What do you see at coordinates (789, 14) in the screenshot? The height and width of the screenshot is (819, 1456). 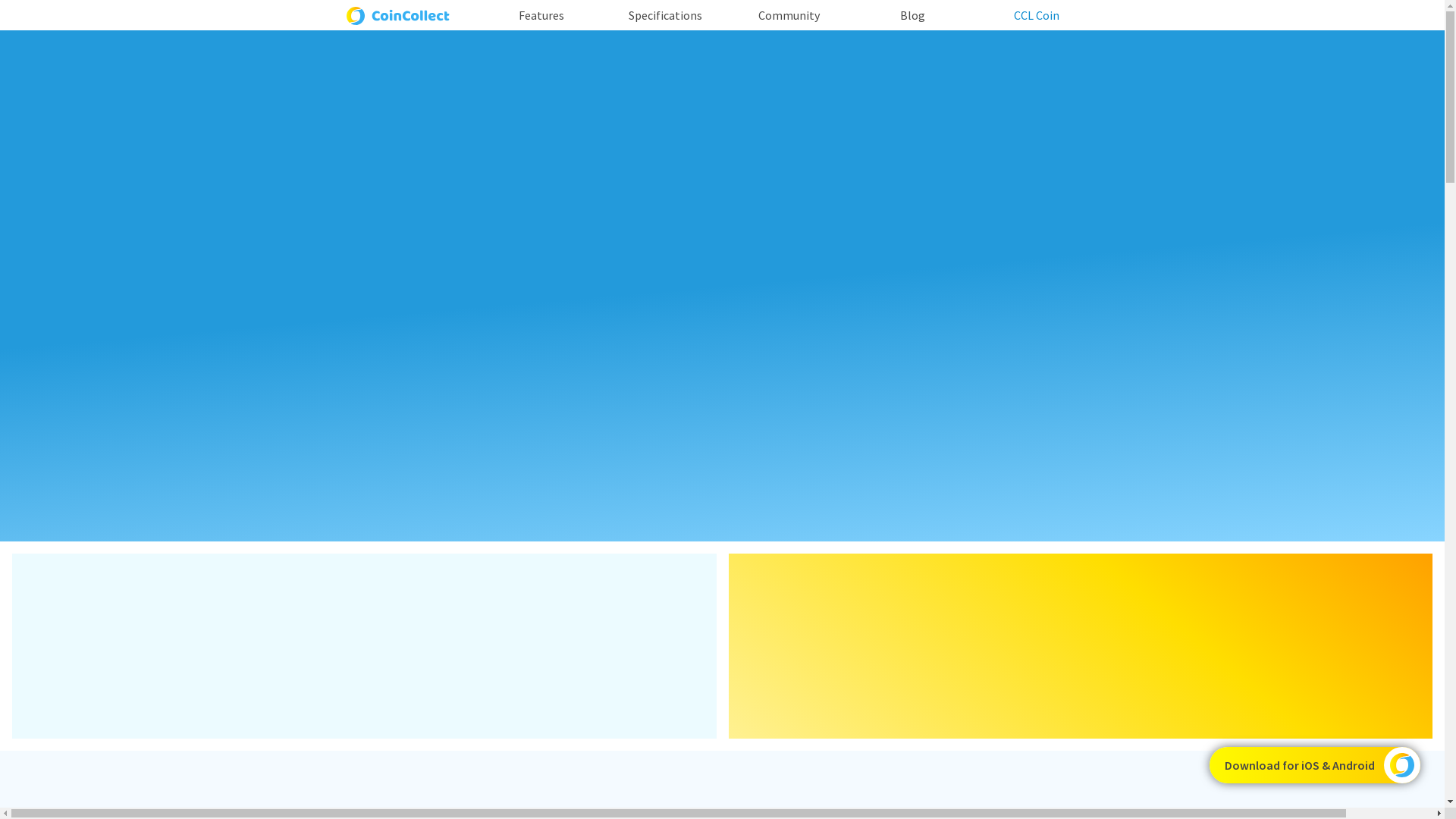 I see `'Community'` at bounding box center [789, 14].